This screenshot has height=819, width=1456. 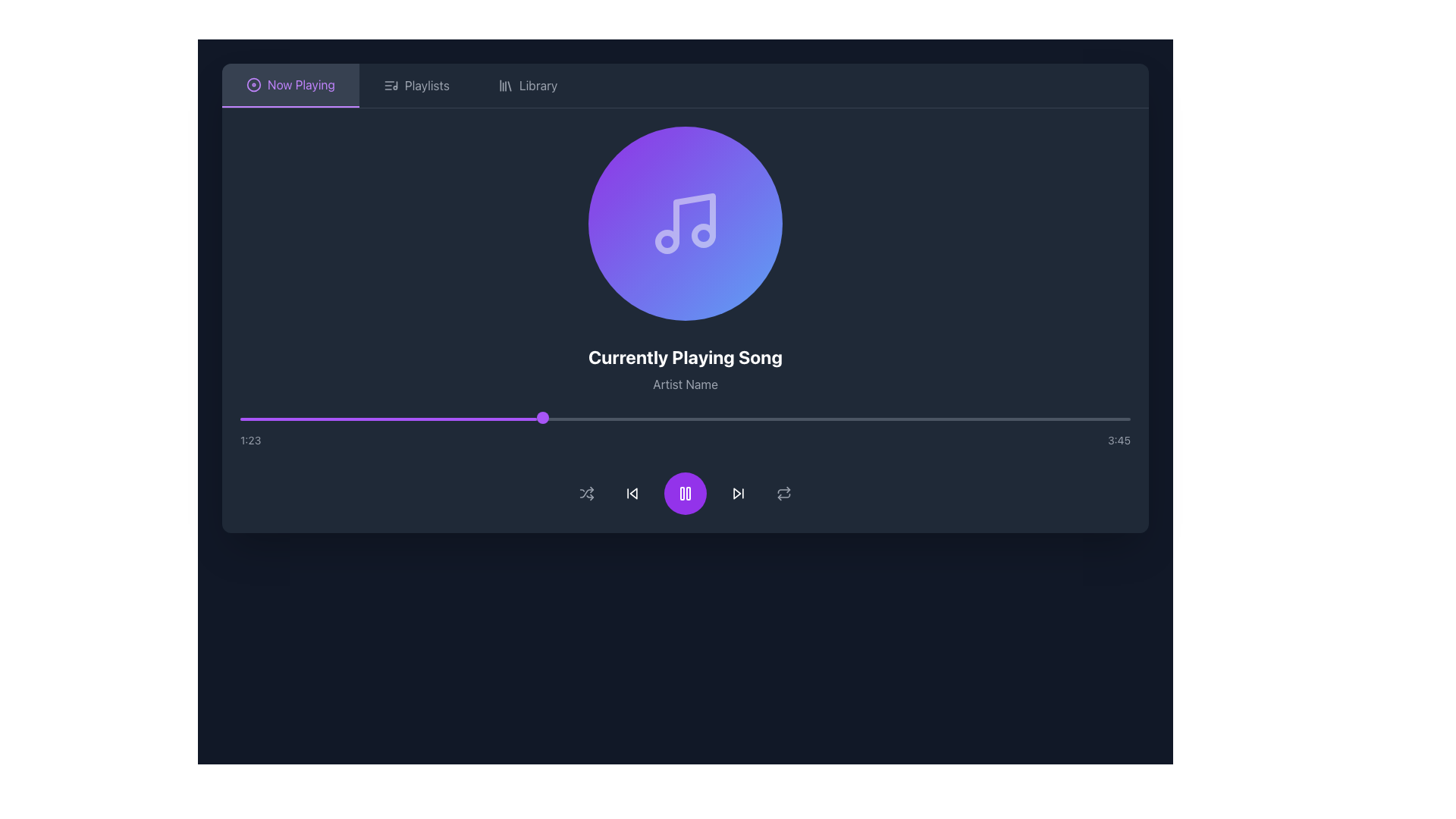 What do you see at coordinates (632, 494) in the screenshot?
I see `the 'skip back' button located in the bottom-center control bar, which is the second button from the left in the sequence of playback control buttons, to skip back in media playback` at bounding box center [632, 494].